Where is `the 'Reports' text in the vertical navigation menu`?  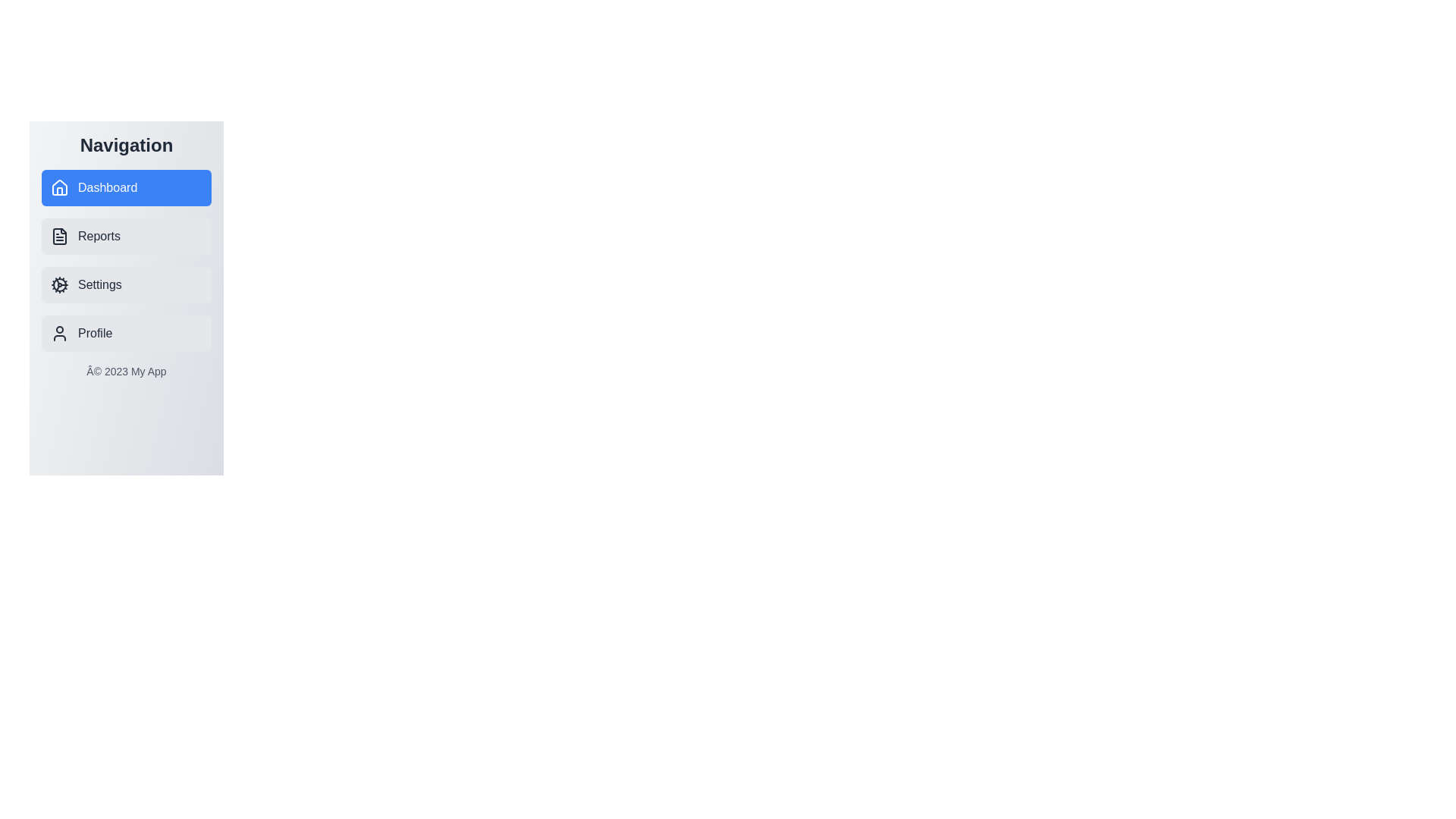
the 'Reports' text in the vertical navigation menu is located at coordinates (98, 237).